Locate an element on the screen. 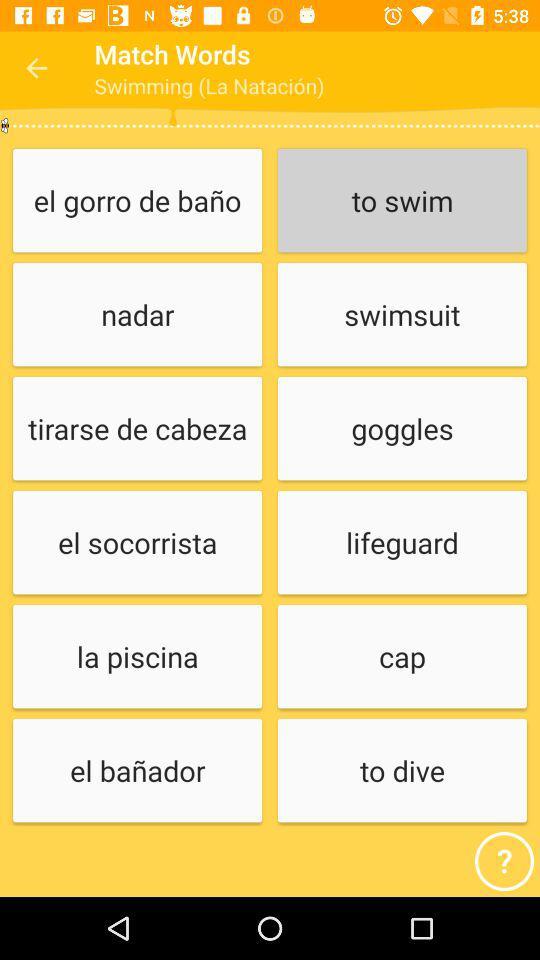  item above the nadar is located at coordinates (136, 201).